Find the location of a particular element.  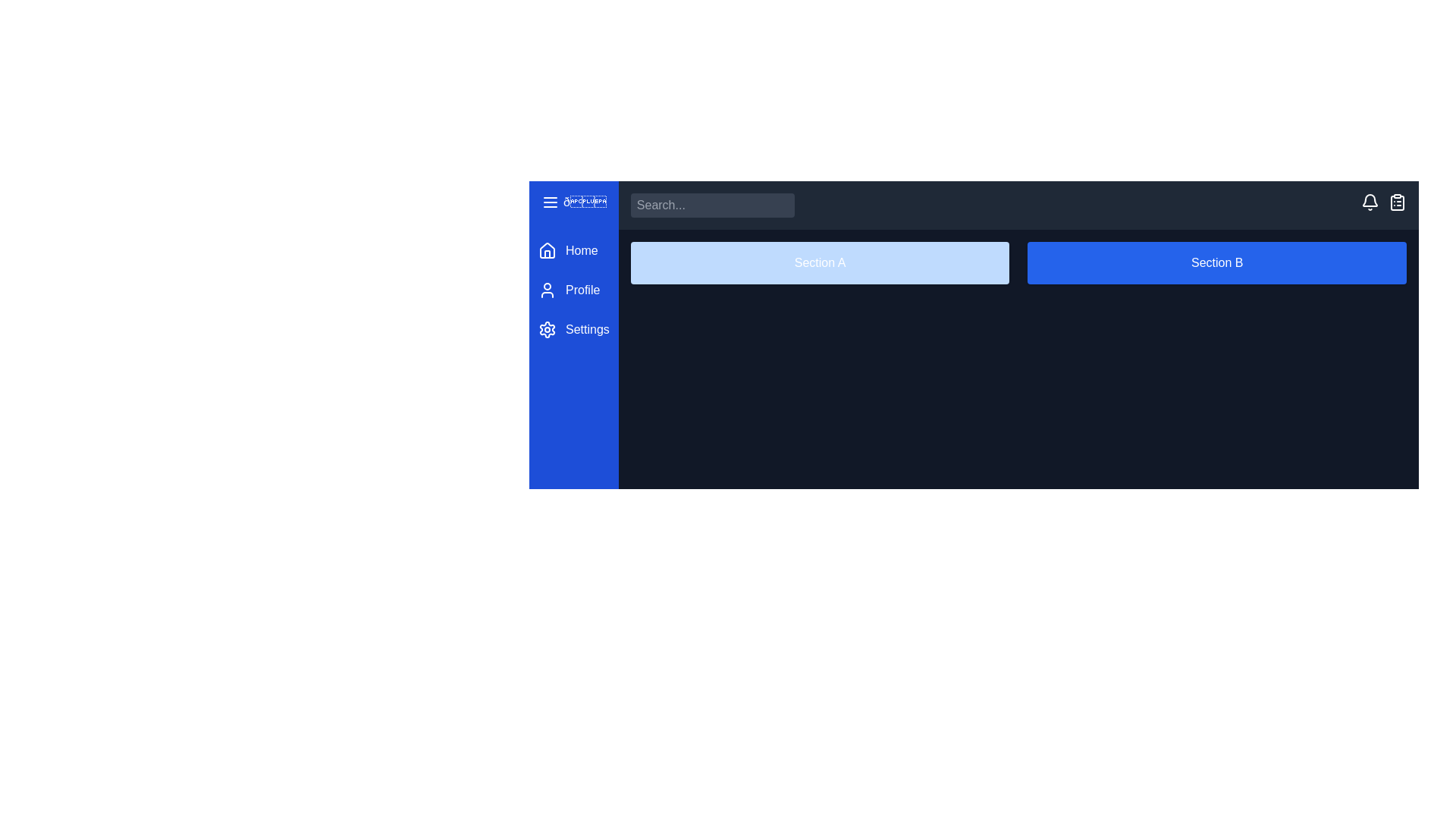

the bell icon located near the top-right corner of the interface is located at coordinates (1370, 201).